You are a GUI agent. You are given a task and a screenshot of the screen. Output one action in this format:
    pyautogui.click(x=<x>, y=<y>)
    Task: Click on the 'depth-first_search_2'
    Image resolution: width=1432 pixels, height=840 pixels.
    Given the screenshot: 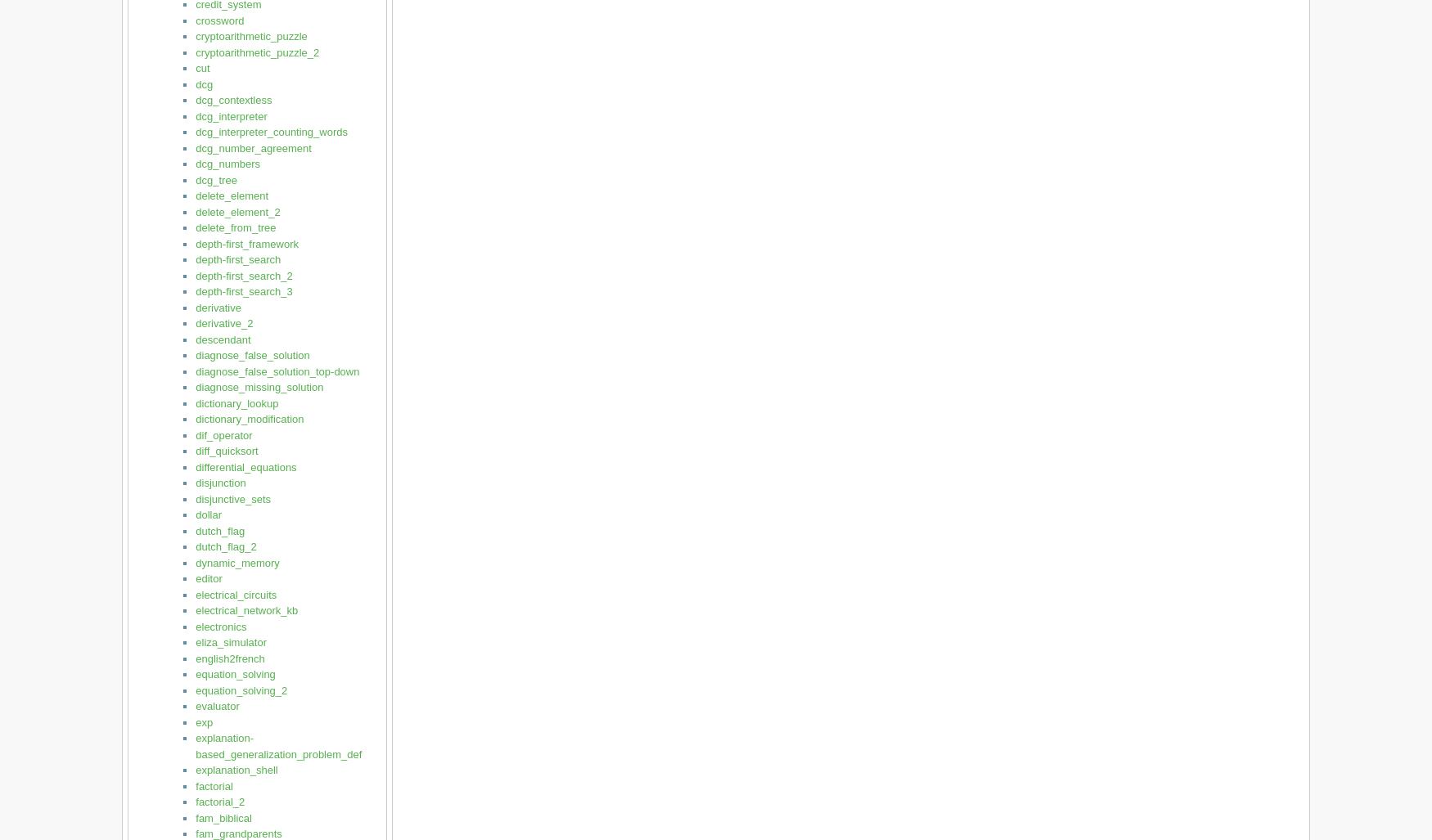 What is the action you would take?
    pyautogui.click(x=243, y=274)
    